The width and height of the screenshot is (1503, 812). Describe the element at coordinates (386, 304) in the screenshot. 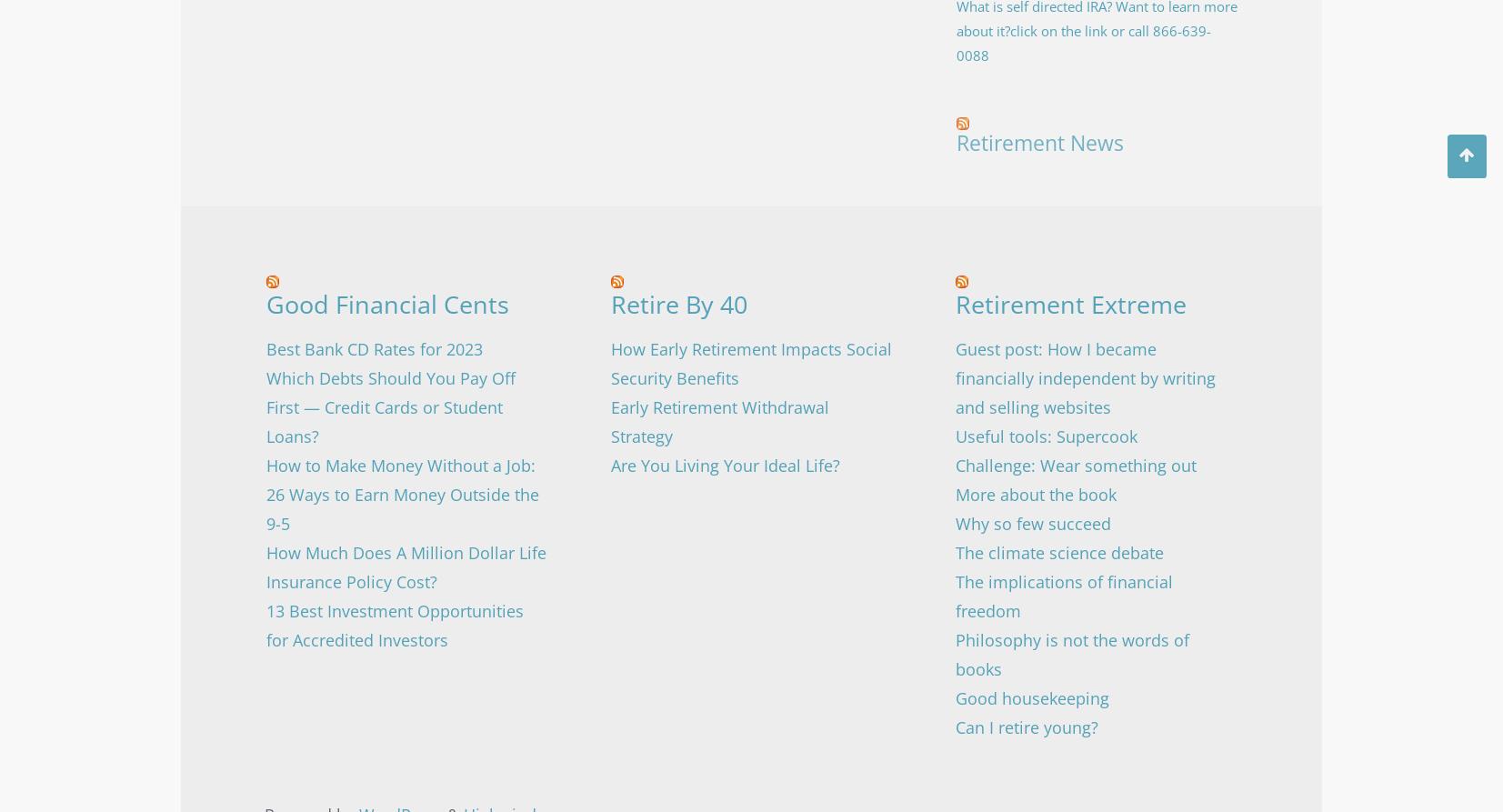

I see `'Good Financial Cents'` at that location.